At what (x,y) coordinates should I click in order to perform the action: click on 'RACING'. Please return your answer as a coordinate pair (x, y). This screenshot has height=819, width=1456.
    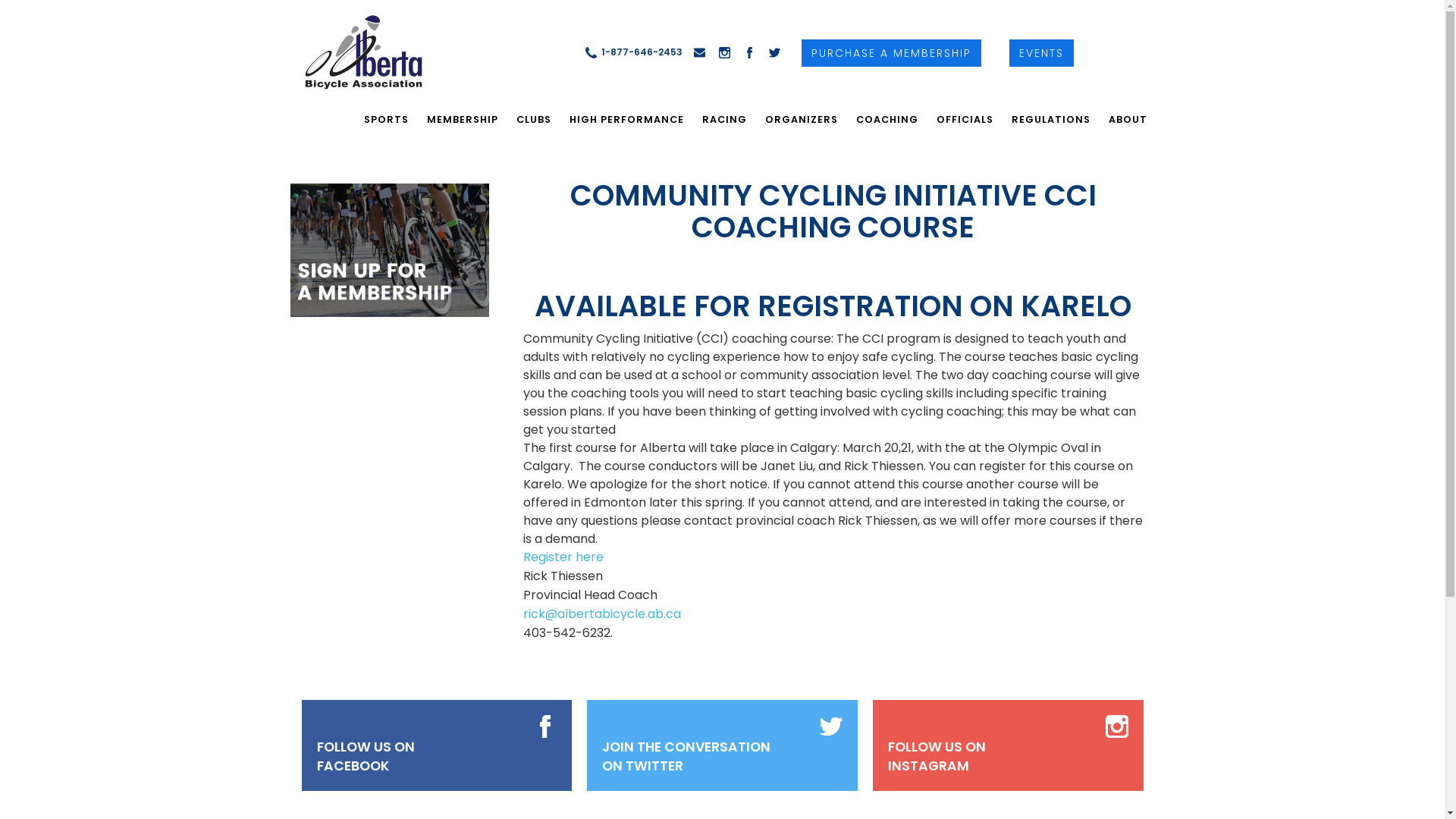
    Looking at the image, I should click on (723, 119).